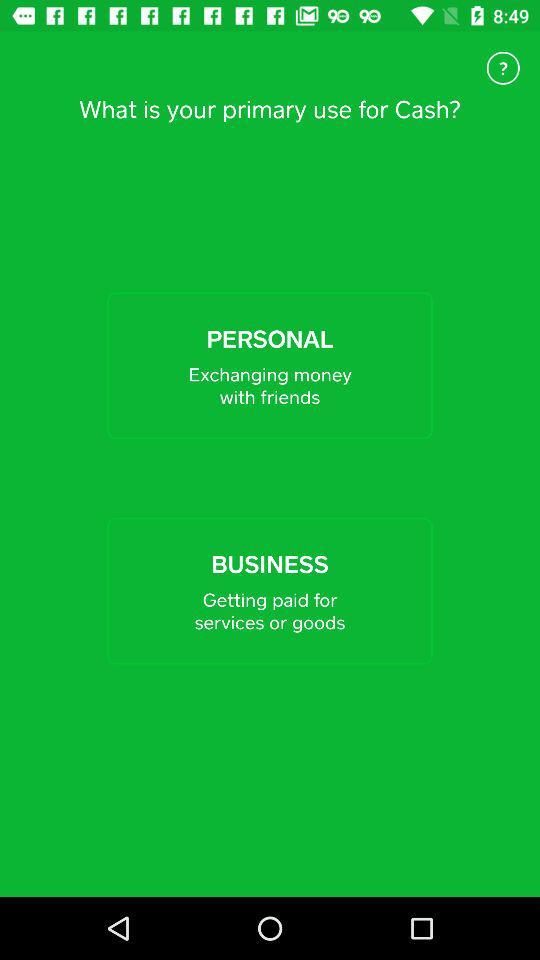  I want to click on the help icon, so click(502, 68).